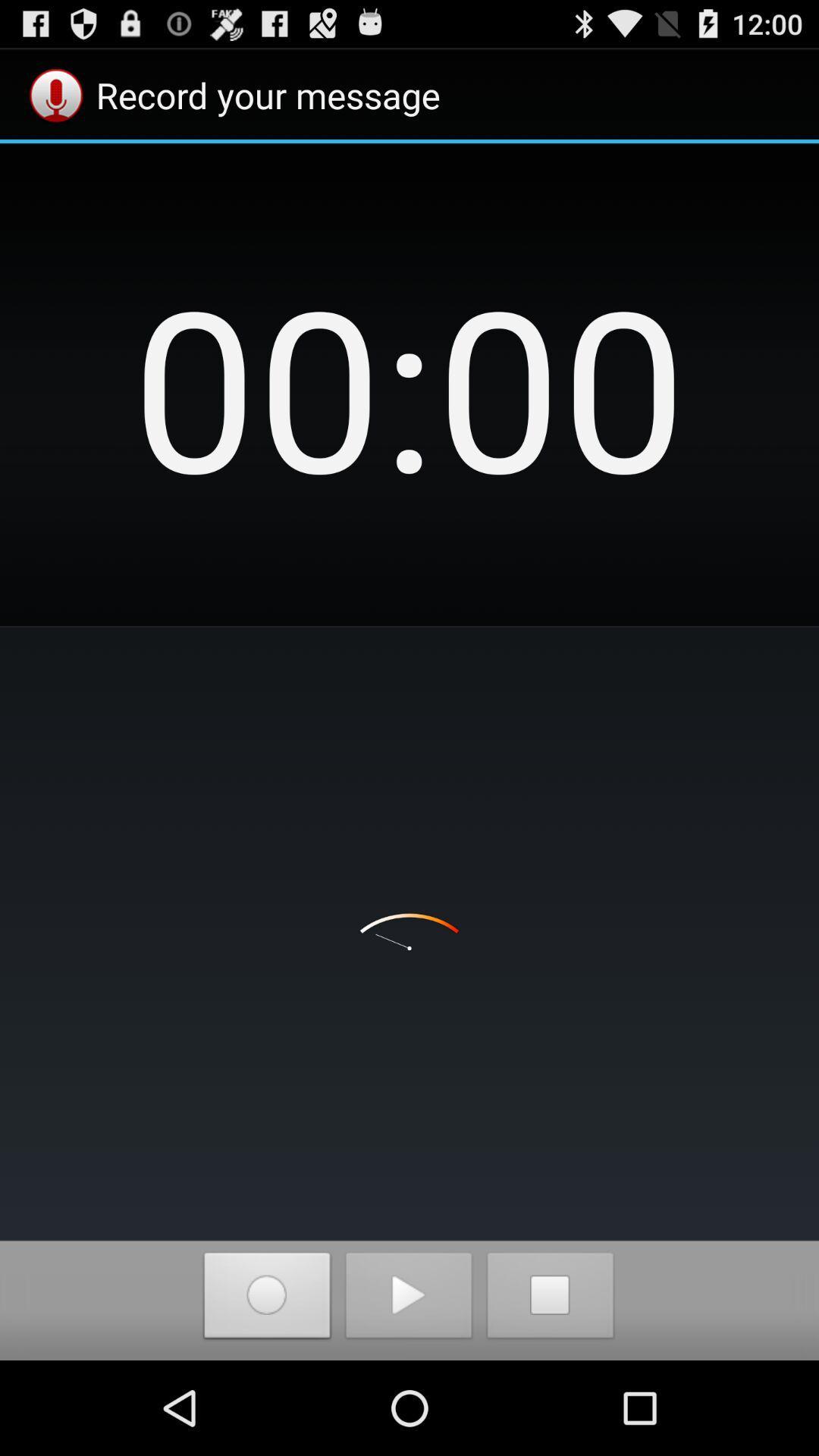 The image size is (819, 1456). I want to click on the play icon, so click(408, 1391).